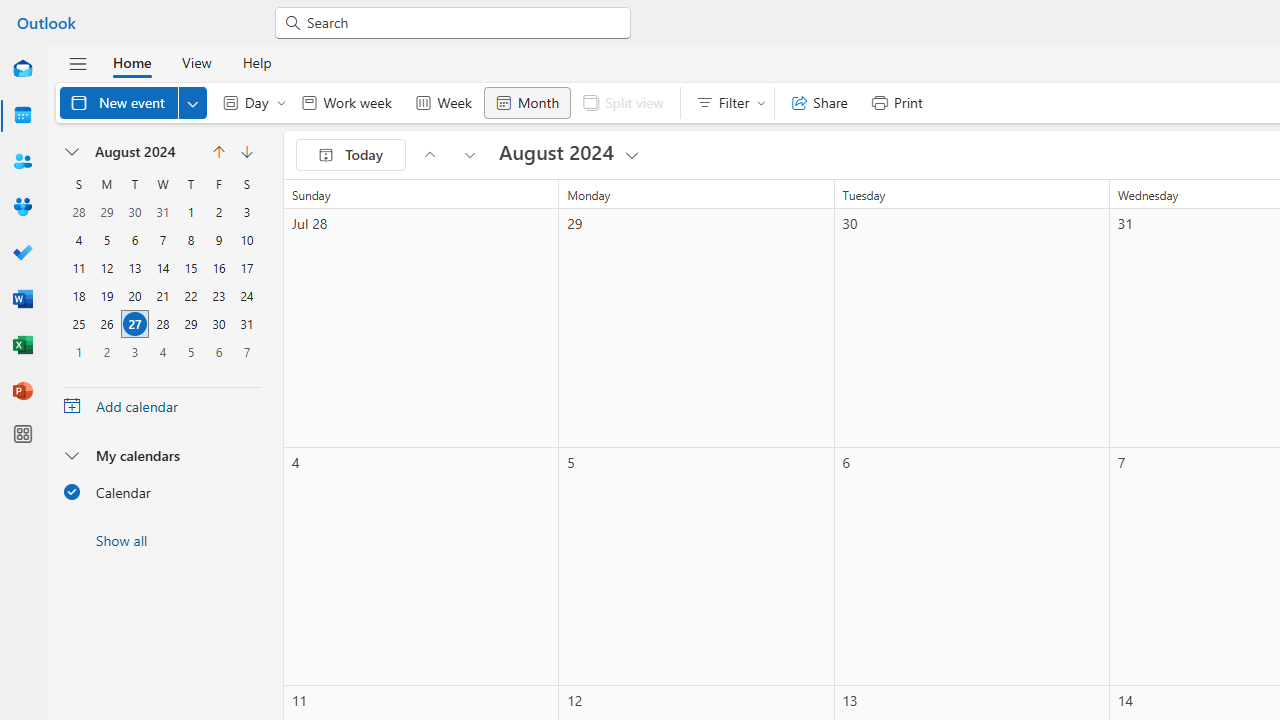 This screenshot has width=1280, height=720. I want to click on 'System', so click(10, 11).